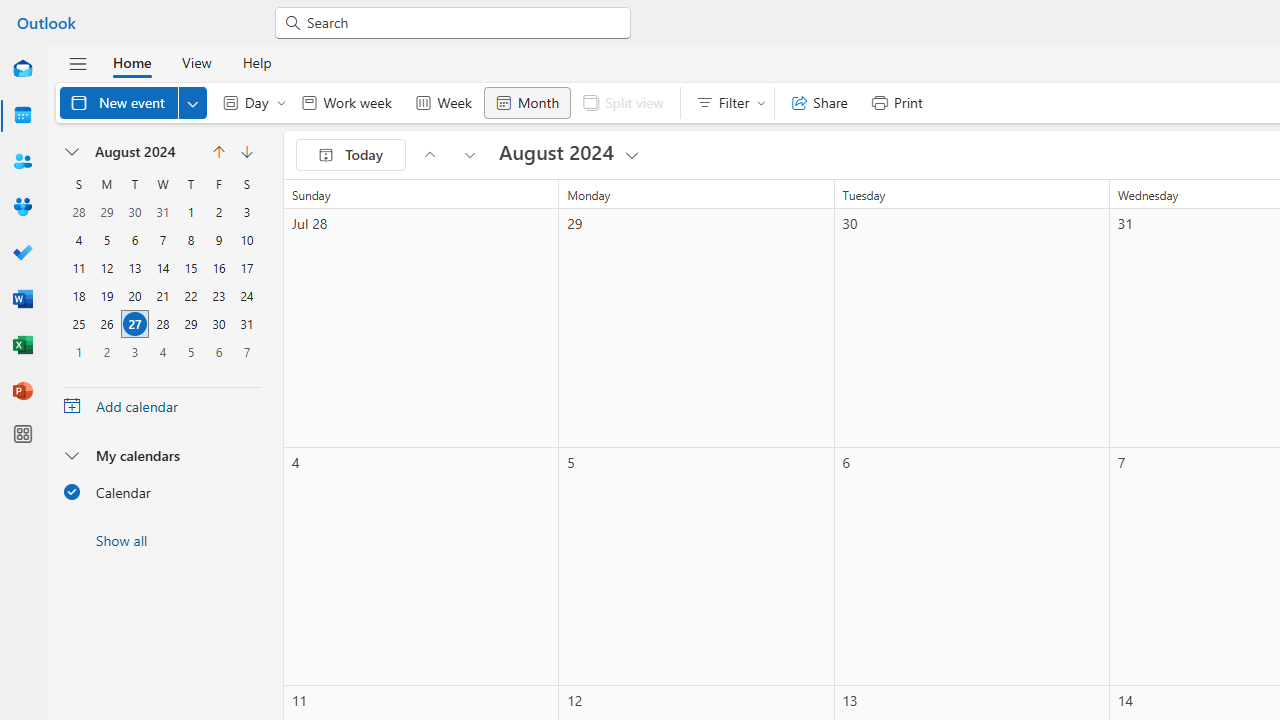 This screenshot has width=1280, height=720. I want to click on 'System', so click(10, 11).